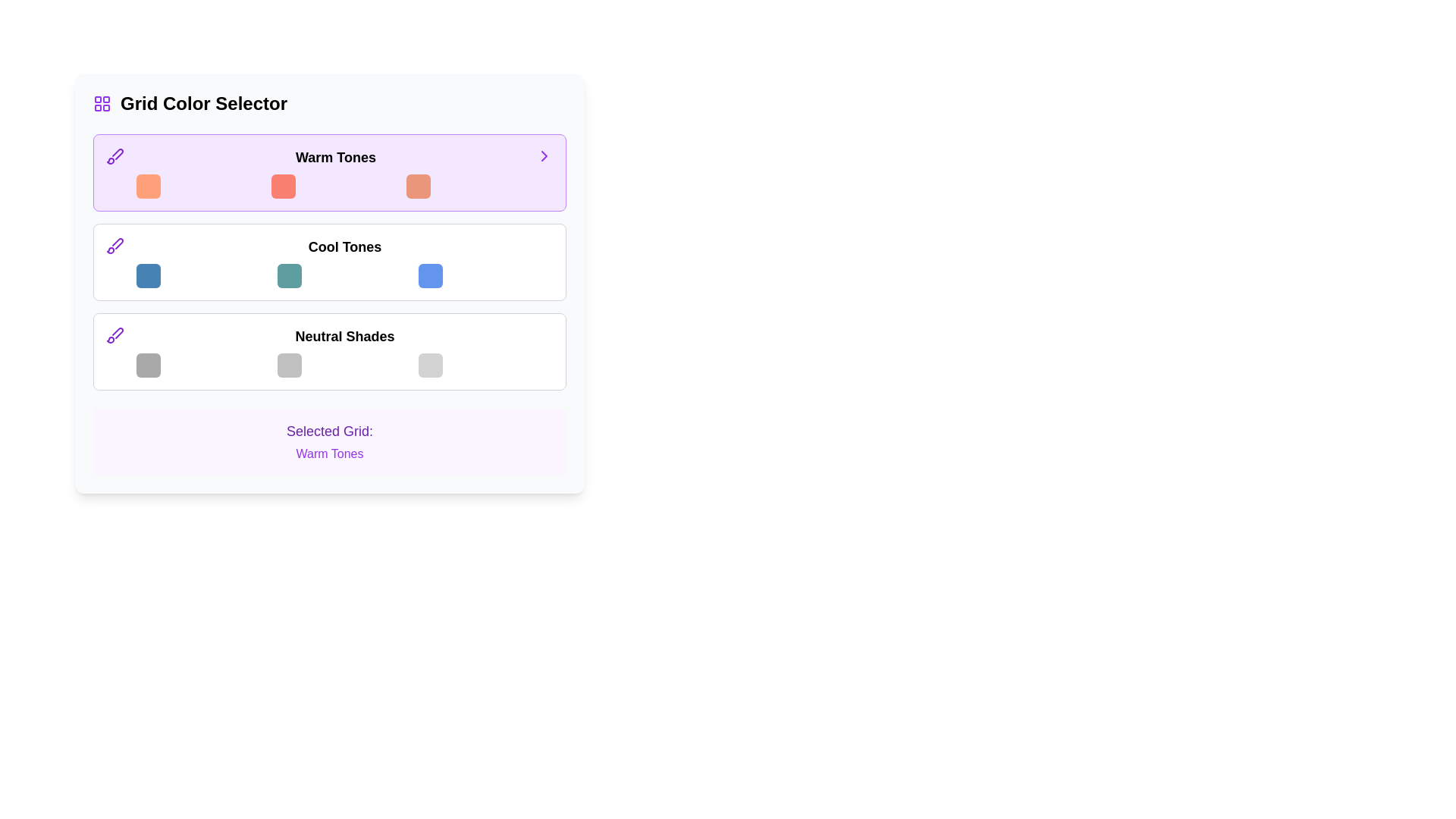  What do you see at coordinates (334, 158) in the screenshot?
I see `the 'Warm Tones' text label located in the 'Grid Color Selector' section, which serves as a heading for the color swatches below` at bounding box center [334, 158].